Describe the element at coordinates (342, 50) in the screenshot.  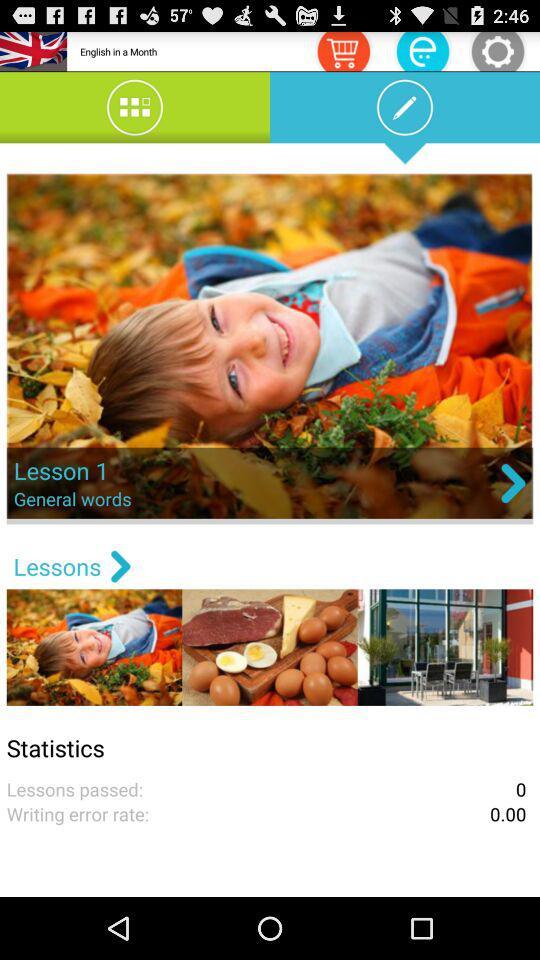
I see `cart` at that location.